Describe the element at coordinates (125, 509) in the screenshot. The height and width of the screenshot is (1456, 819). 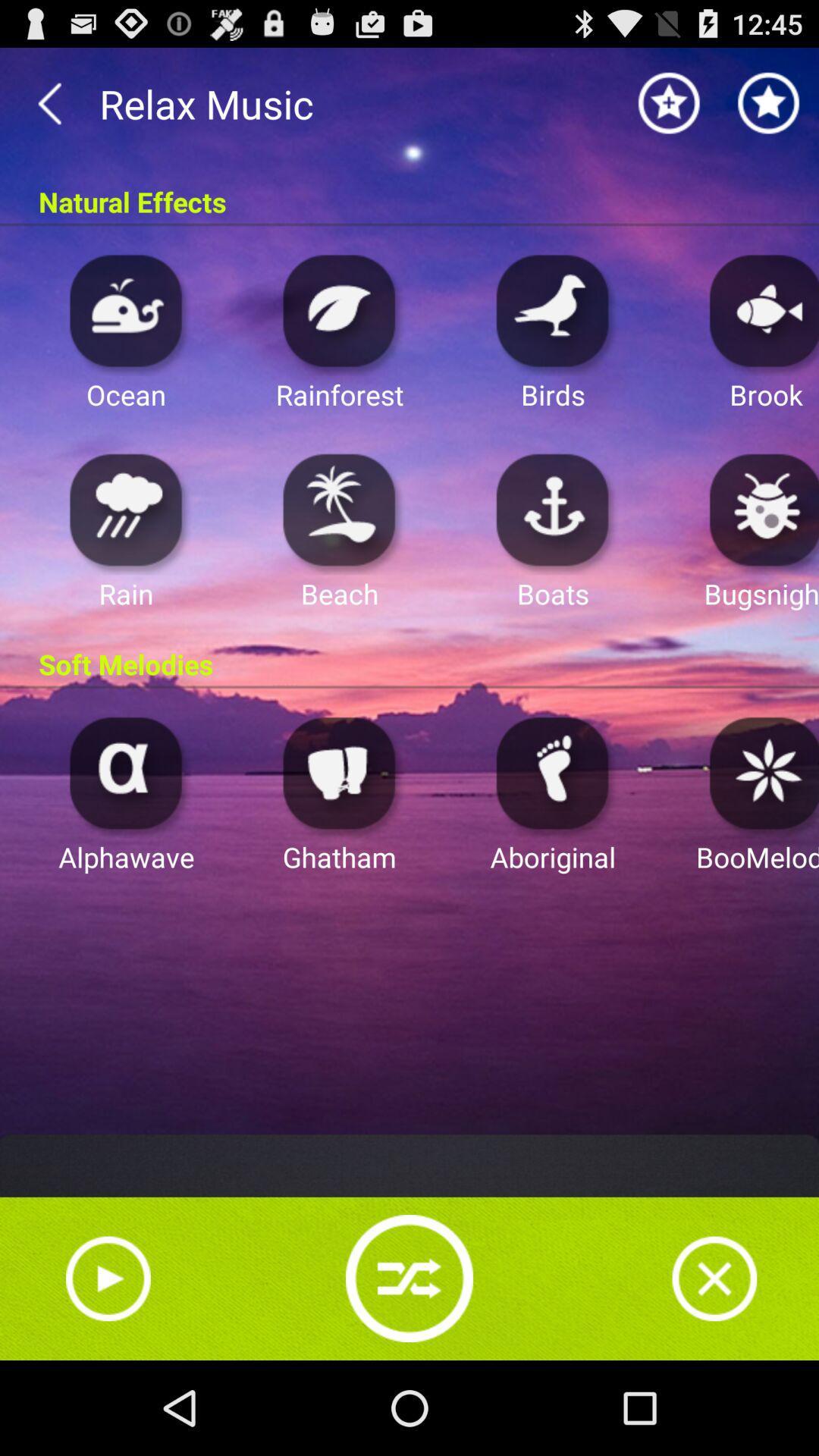
I see `rain sound` at that location.